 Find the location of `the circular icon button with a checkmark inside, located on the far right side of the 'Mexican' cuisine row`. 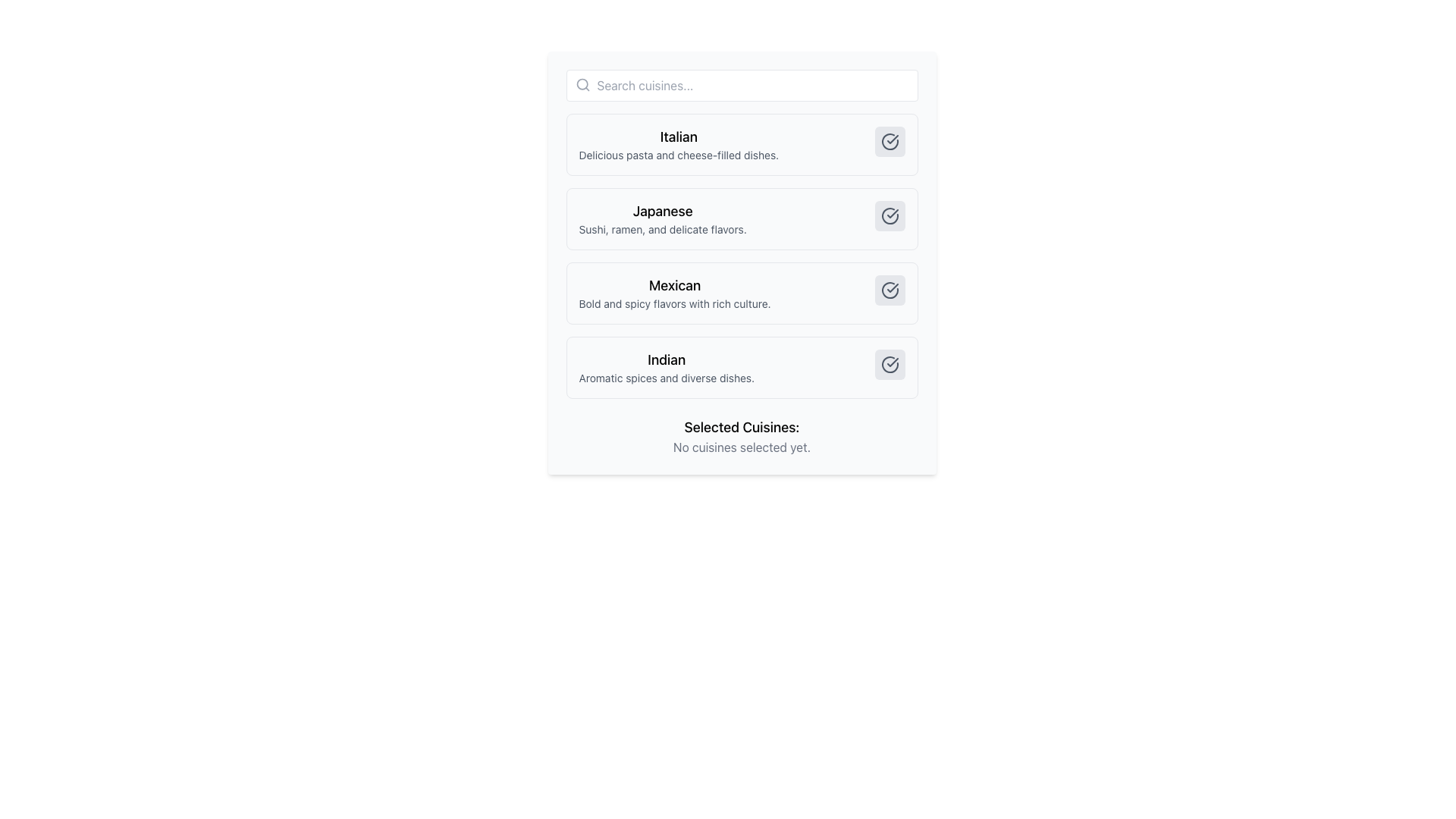

the circular icon button with a checkmark inside, located on the far right side of the 'Mexican' cuisine row is located at coordinates (890, 290).